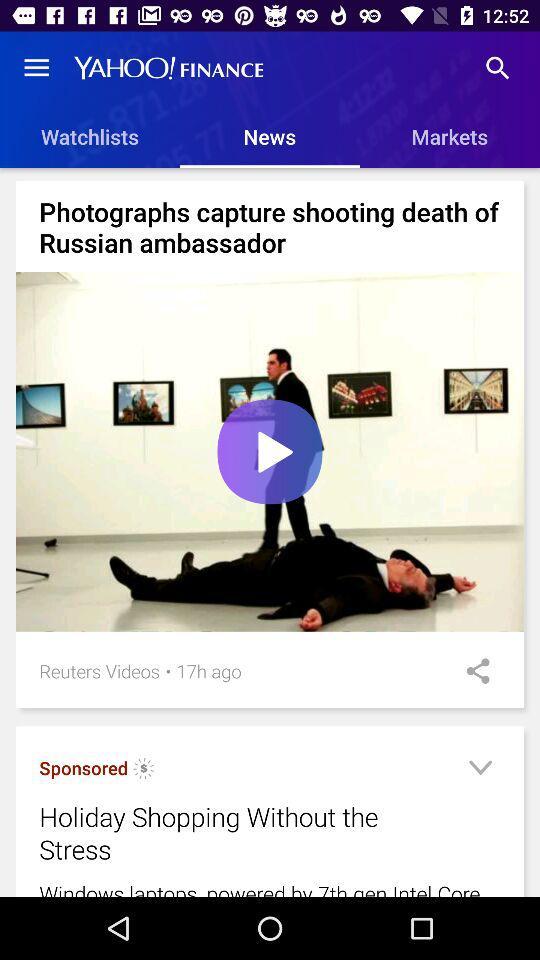  What do you see at coordinates (36, 68) in the screenshot?
I see `icon above watchlists` at bounding box center [36, 68].